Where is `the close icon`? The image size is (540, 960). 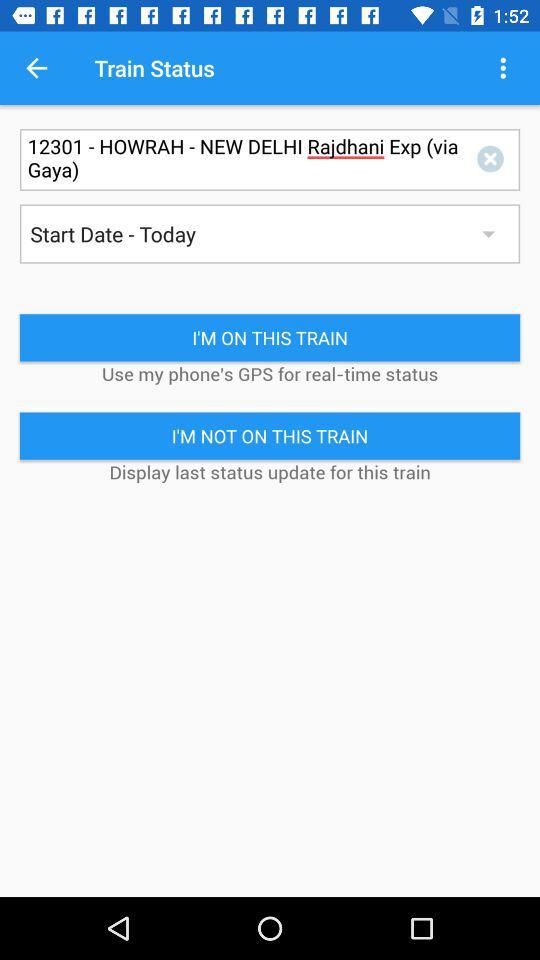
the close icon is located at coordinates (493, 158).